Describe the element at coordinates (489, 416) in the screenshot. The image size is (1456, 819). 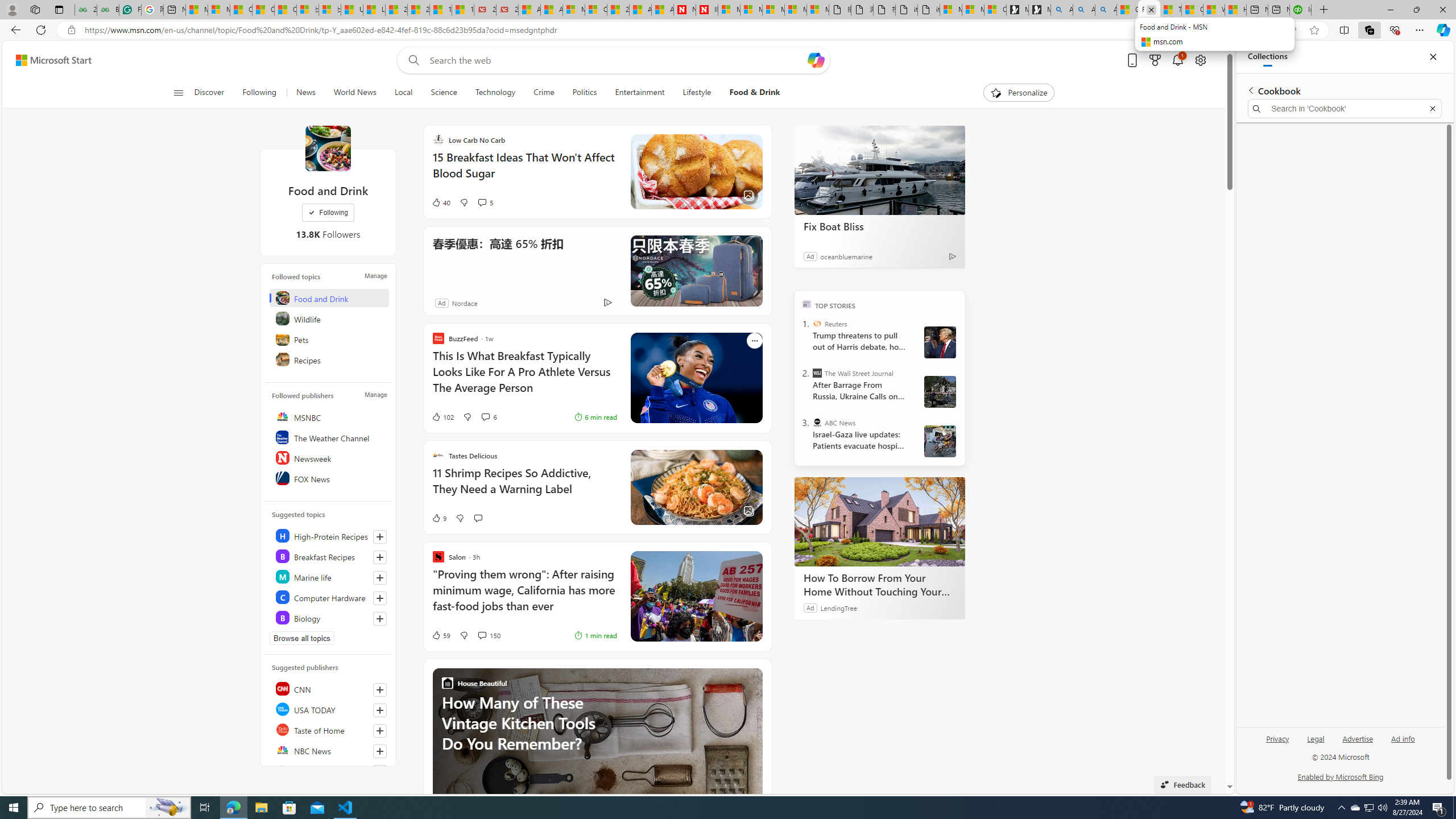
I see `'View comments 6 Comment'` at that location.